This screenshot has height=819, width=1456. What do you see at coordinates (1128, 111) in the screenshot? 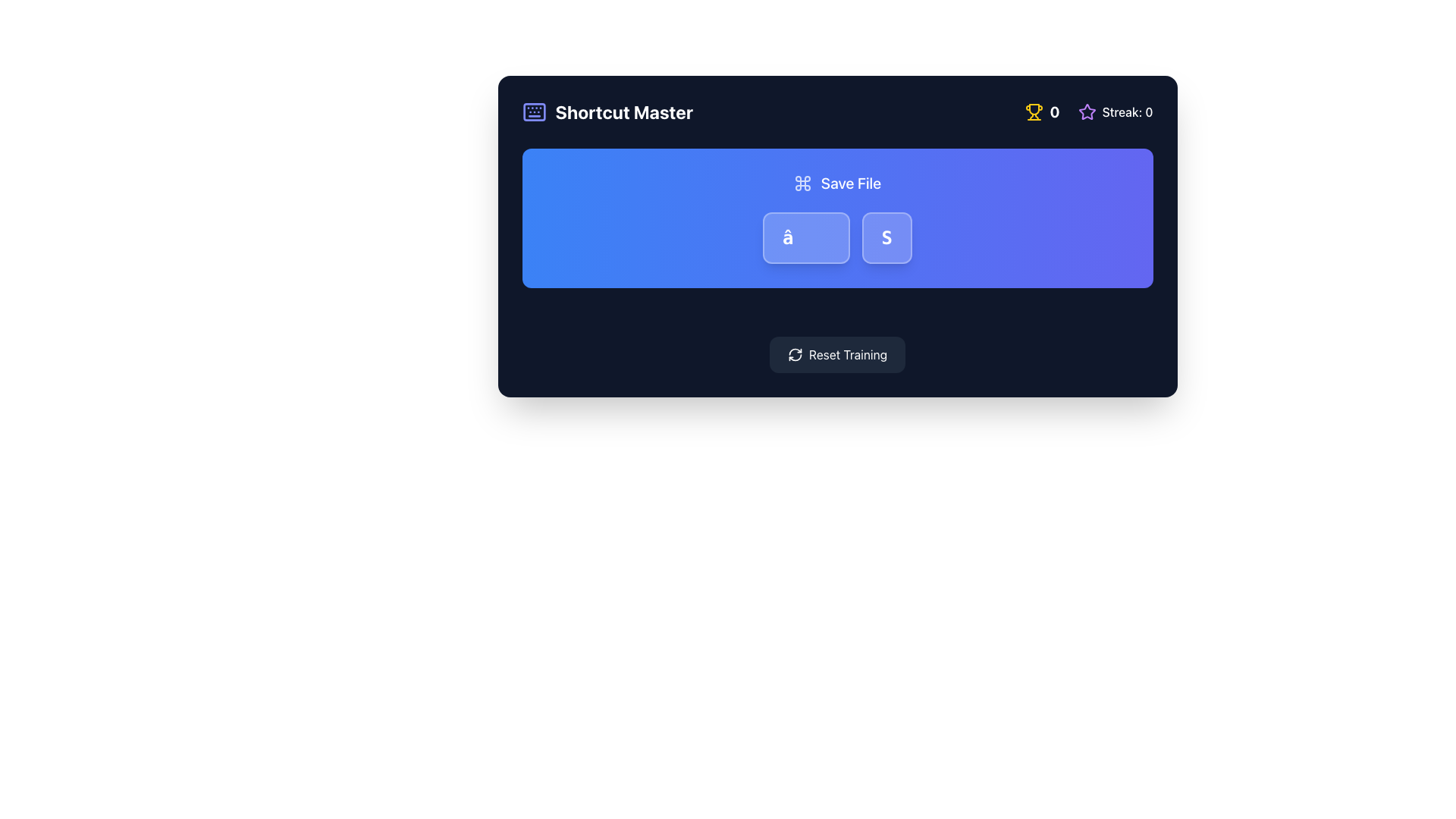
I see `the text label indicating the score or counter value, labeled 'Streak: 0', which is positioned to the right of a purple star-shaped icon` at bounding box center [1128, 111].